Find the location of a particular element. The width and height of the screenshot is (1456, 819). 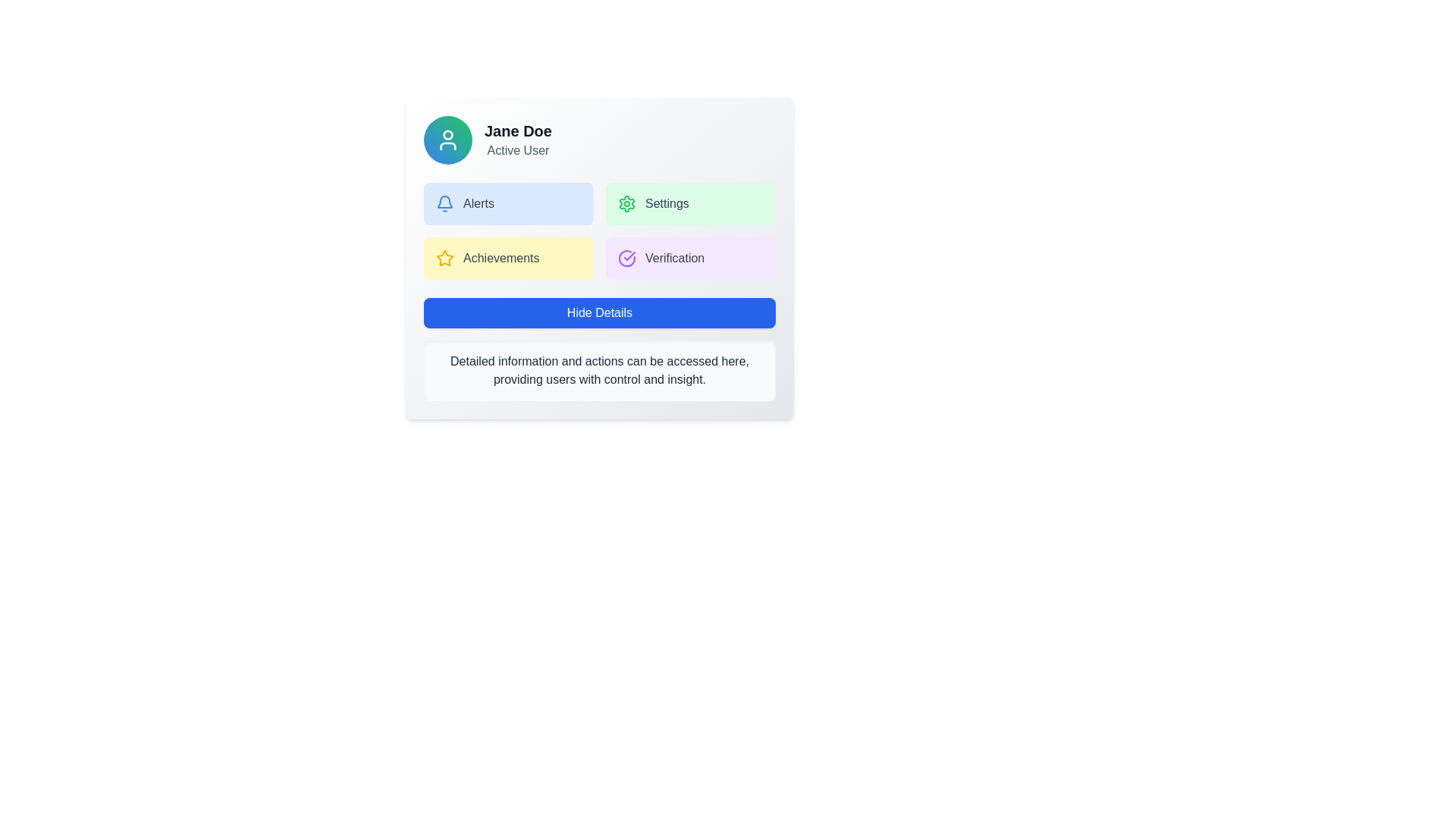

the bell-shaped icon with a blue outline, which symbolizes an alert or notification, located inside the 'Alerts' button in the top-left corner of the four-button grid is located at coordinates (444, 203).